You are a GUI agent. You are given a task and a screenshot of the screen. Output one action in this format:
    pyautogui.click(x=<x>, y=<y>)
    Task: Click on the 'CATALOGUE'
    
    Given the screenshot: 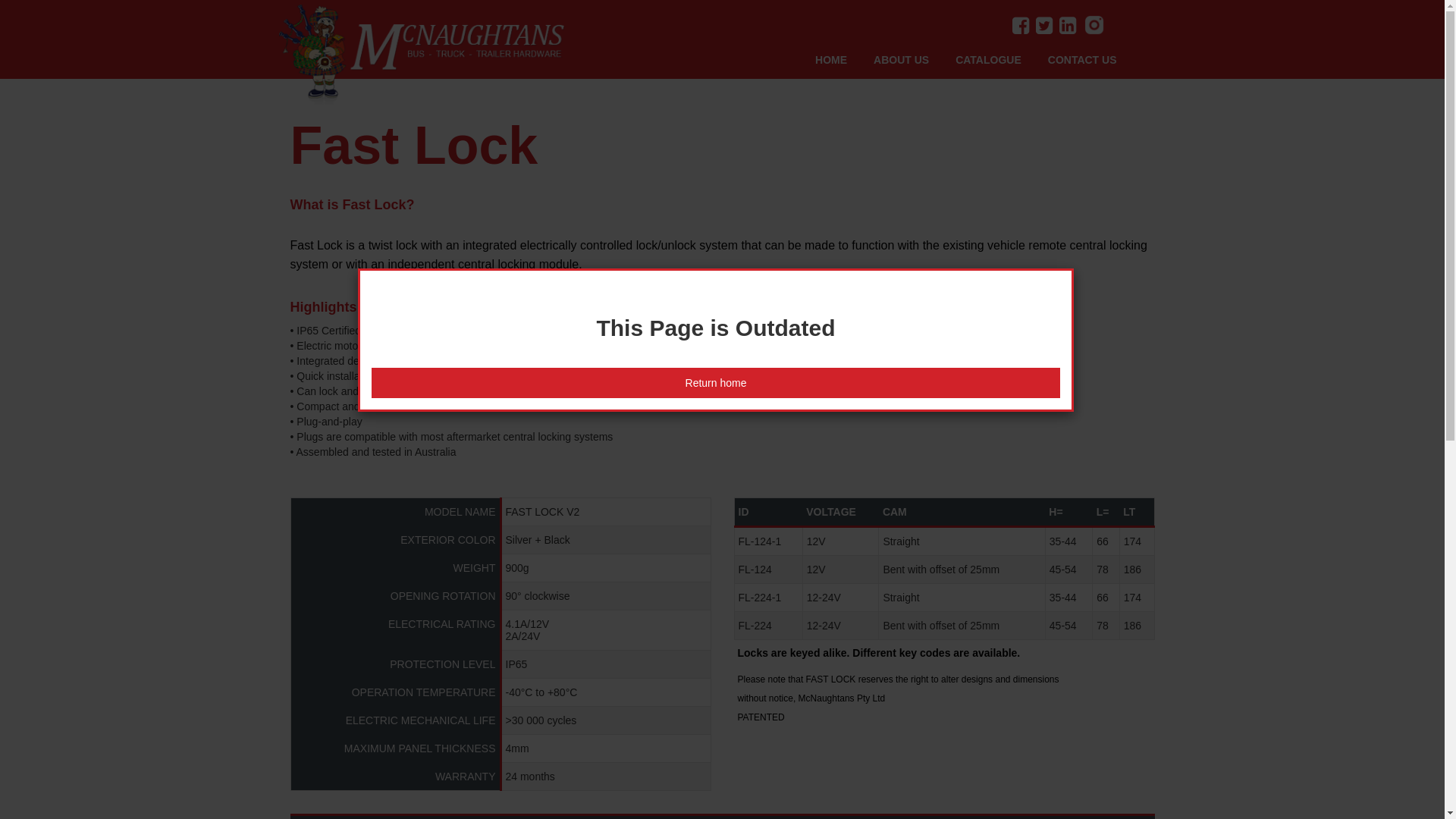 What is the action you would take?
    pyautogui.click(x=954, y=58)
    